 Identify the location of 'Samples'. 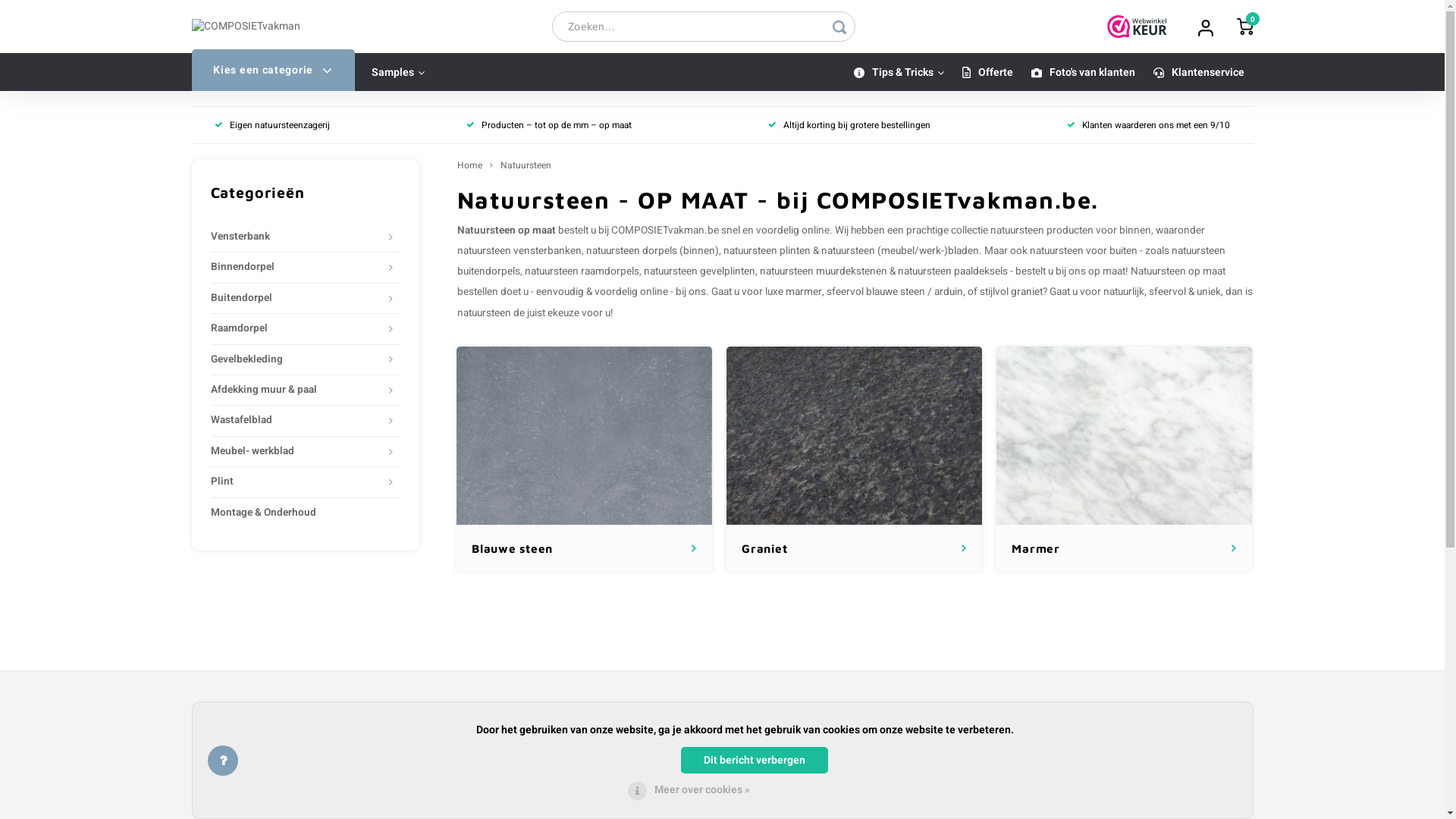
(397, 73).